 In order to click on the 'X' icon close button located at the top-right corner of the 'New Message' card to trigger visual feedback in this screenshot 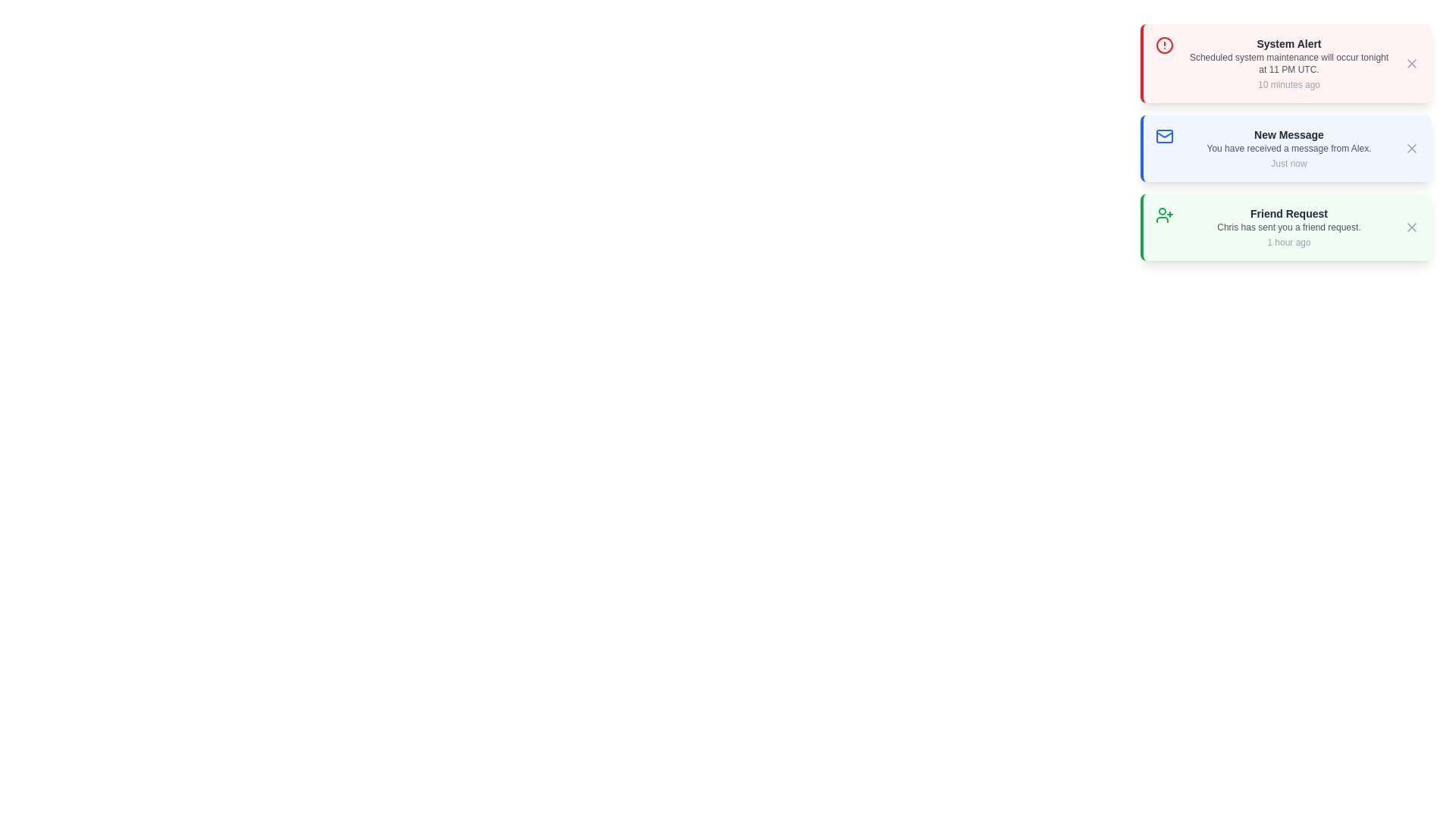, I will do `click(1411, 149)`.